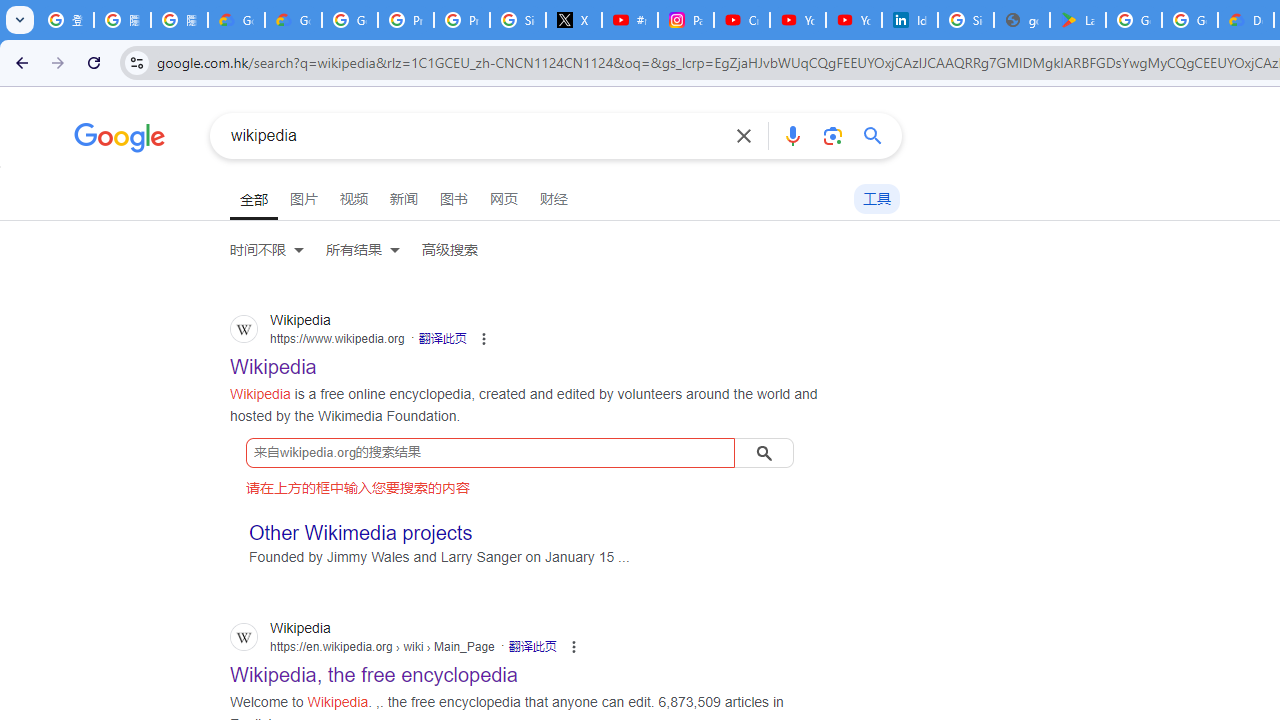 The height and width of the screenshot is (720, 1280). What do you see at coordinates (361, 531) in the screenshot?
I see `'Other Wikimedia projects'` at bounding box center [361, 531].